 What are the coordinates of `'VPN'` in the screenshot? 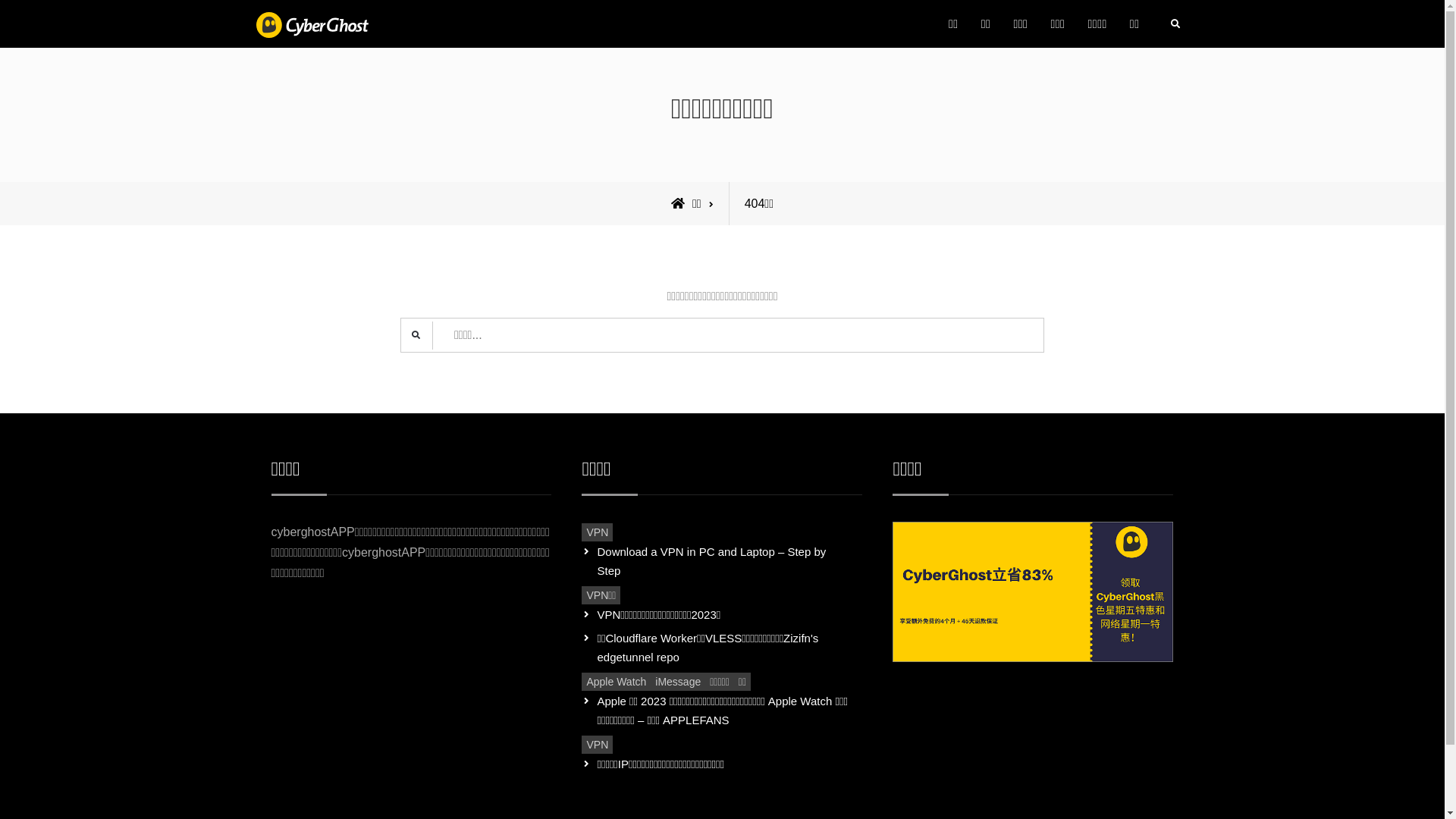 It's located at (596, 532).